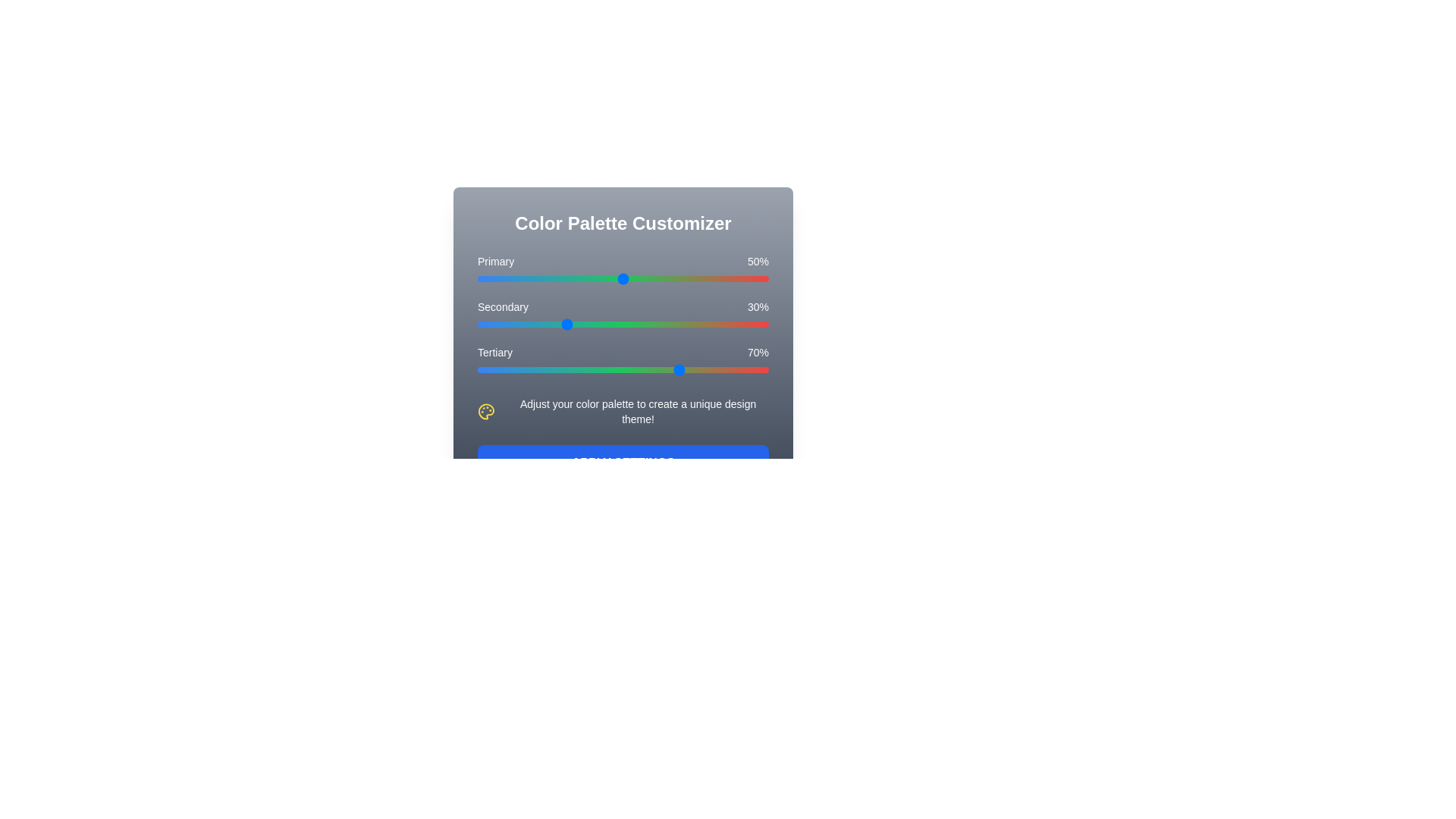 The width and height of the screenshot is (1456, 819). I want to click on the primary color intensity, so click(515, 278).